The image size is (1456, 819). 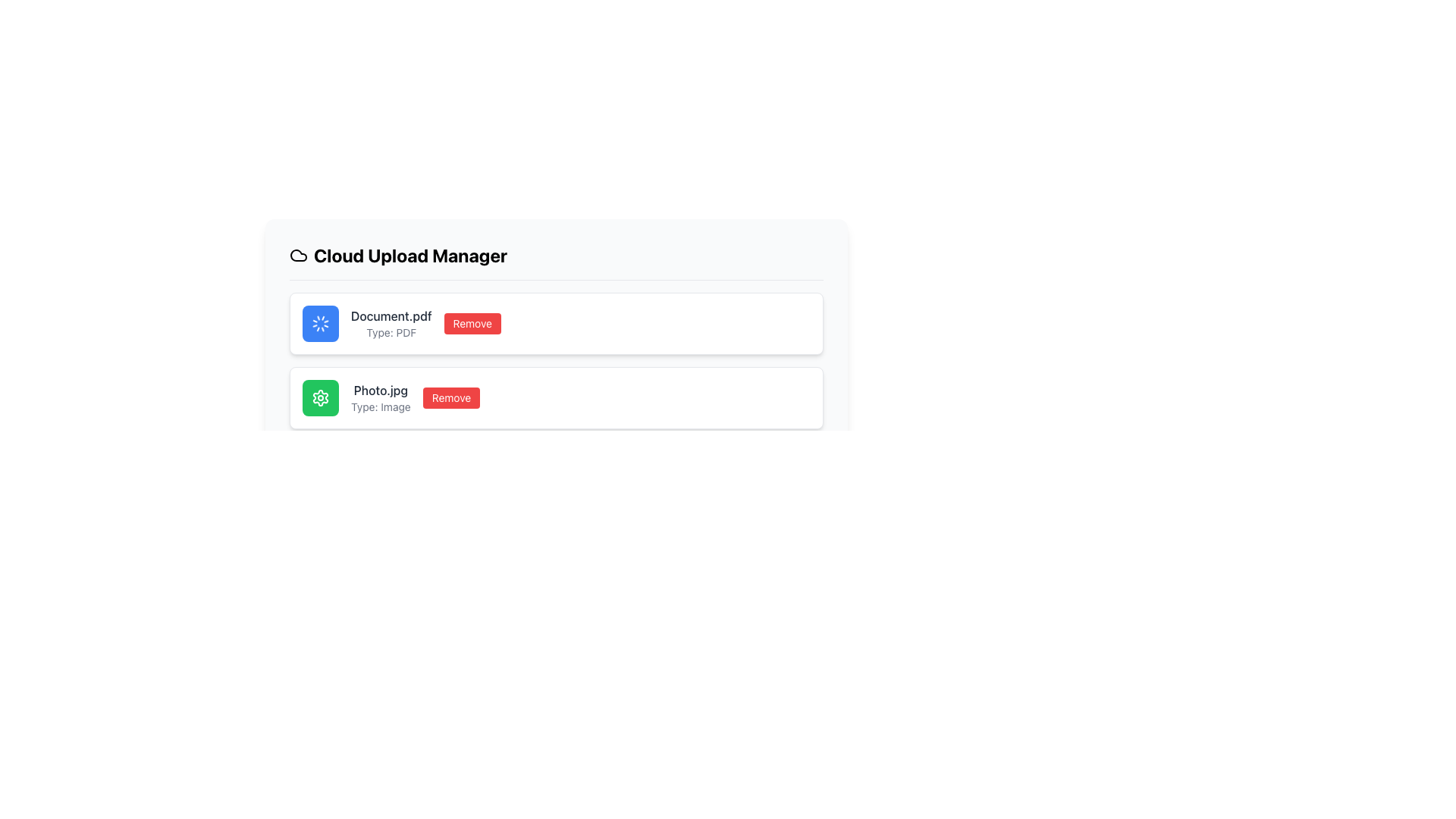 I want to click on file details from the first file entry display in the Cloud Upload Manager section of the application interface, so click(x=556, y=323).